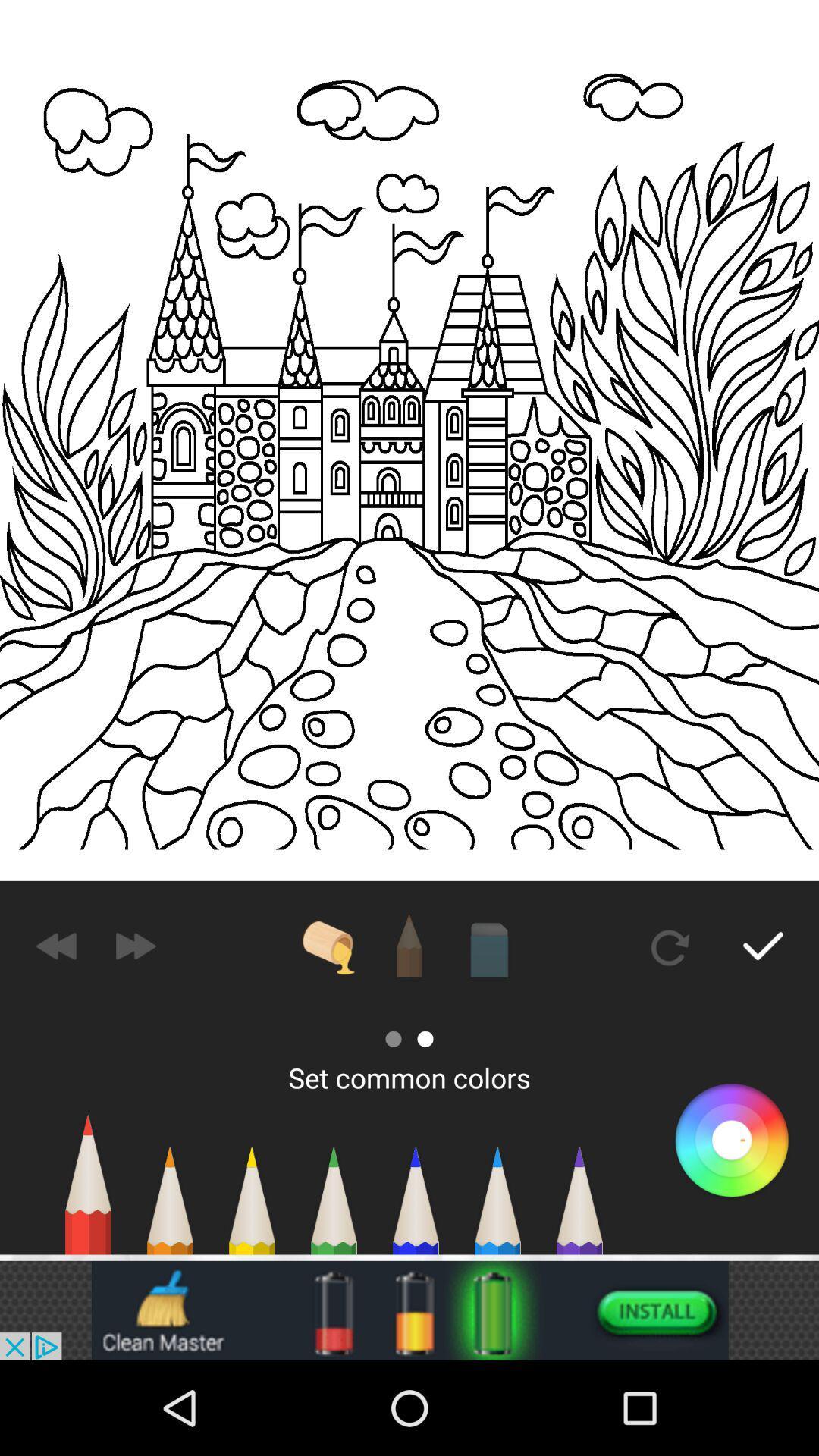 This screenshot has height=1456, width=819. Describe the element at coordinates (134, 1012) in the screenshot. I see `the send icon` at that location.